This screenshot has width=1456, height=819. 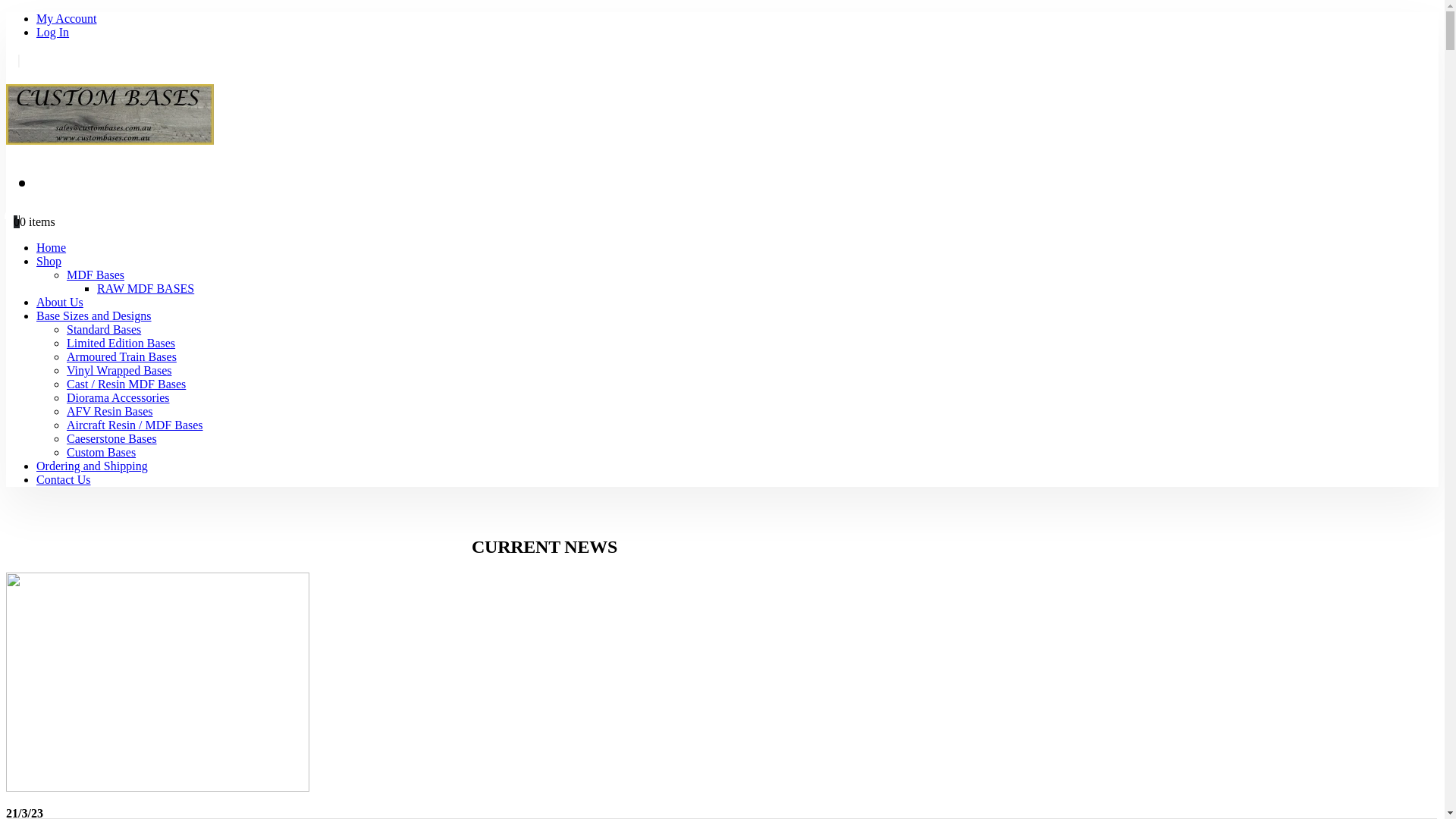 I want to click on 'Cast / Resin MDF Bases', so click(x=126, y=383).